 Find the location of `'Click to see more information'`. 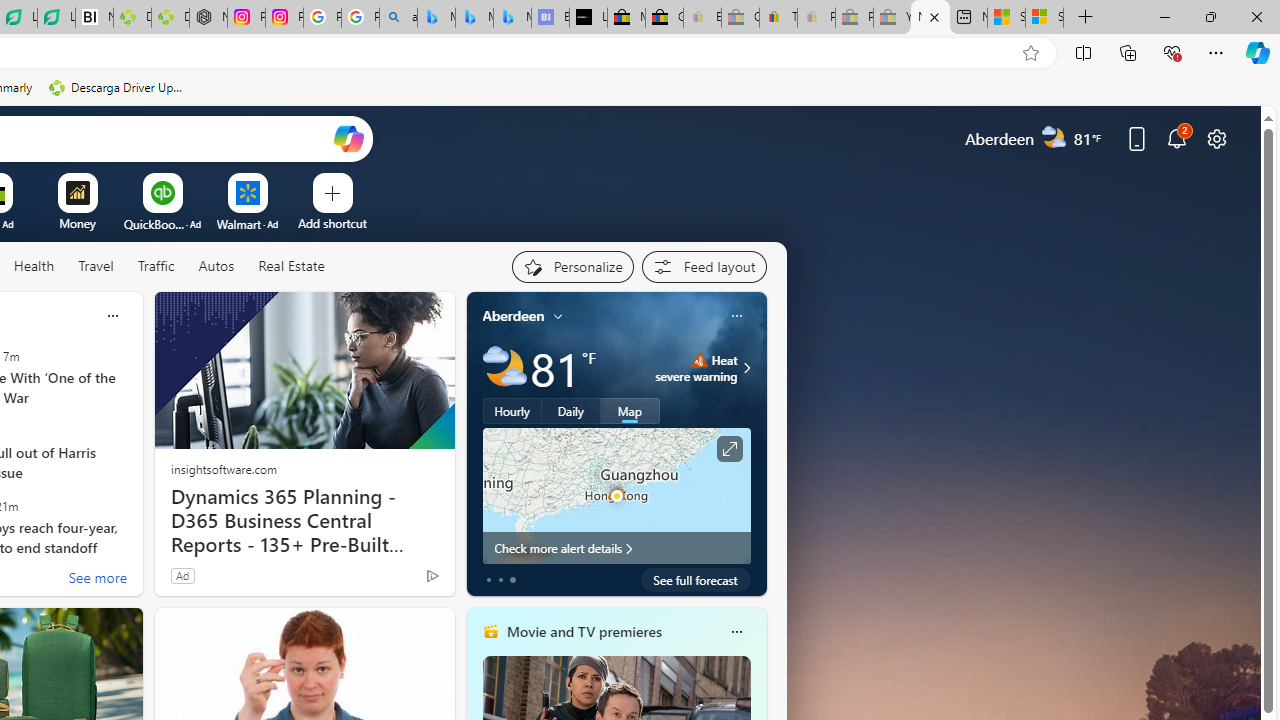

'Click to see more information' is located at coordinates (727, 448).